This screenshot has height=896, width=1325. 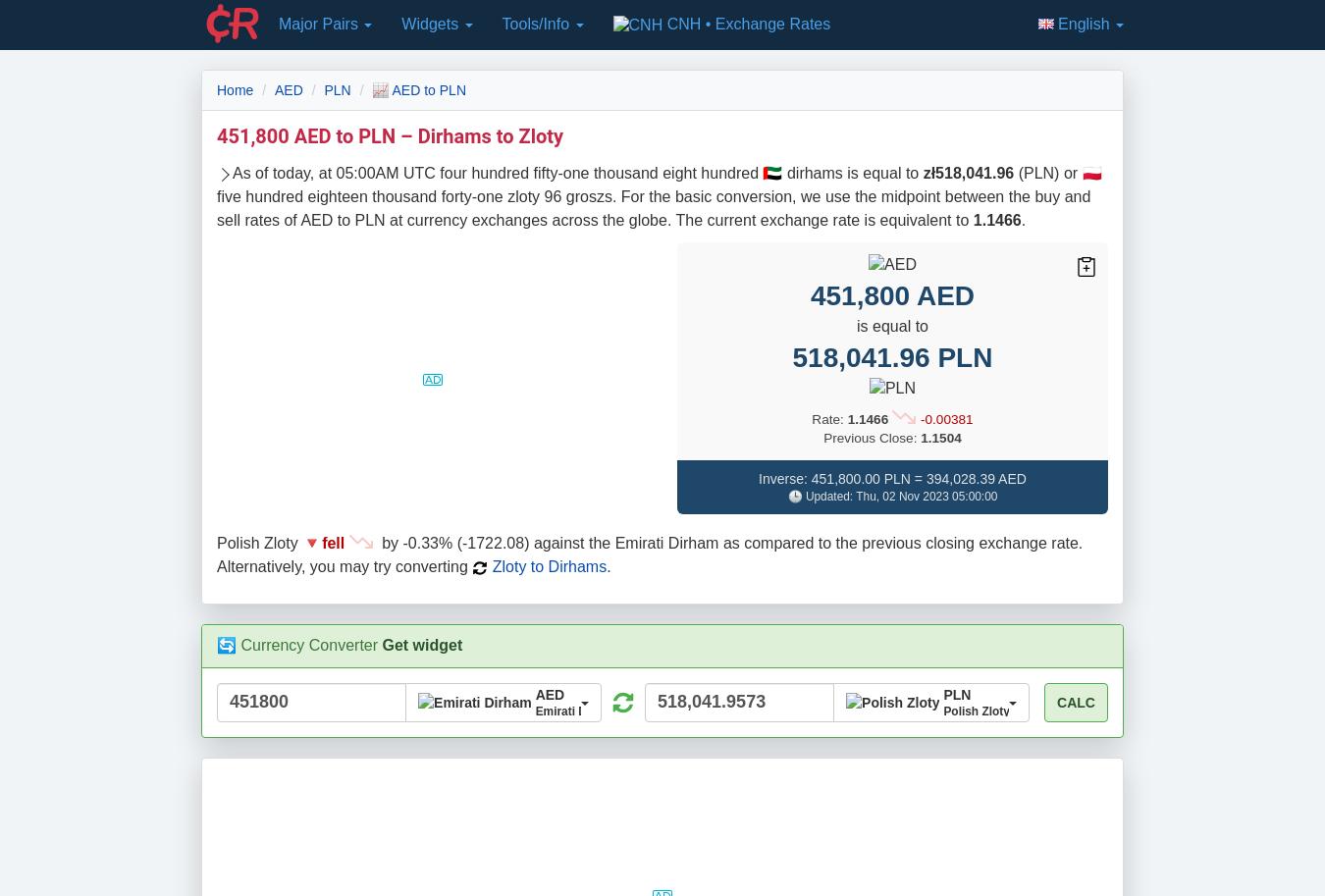 I want to click on 'Emirati Dirham', so click(x=576, y=710).